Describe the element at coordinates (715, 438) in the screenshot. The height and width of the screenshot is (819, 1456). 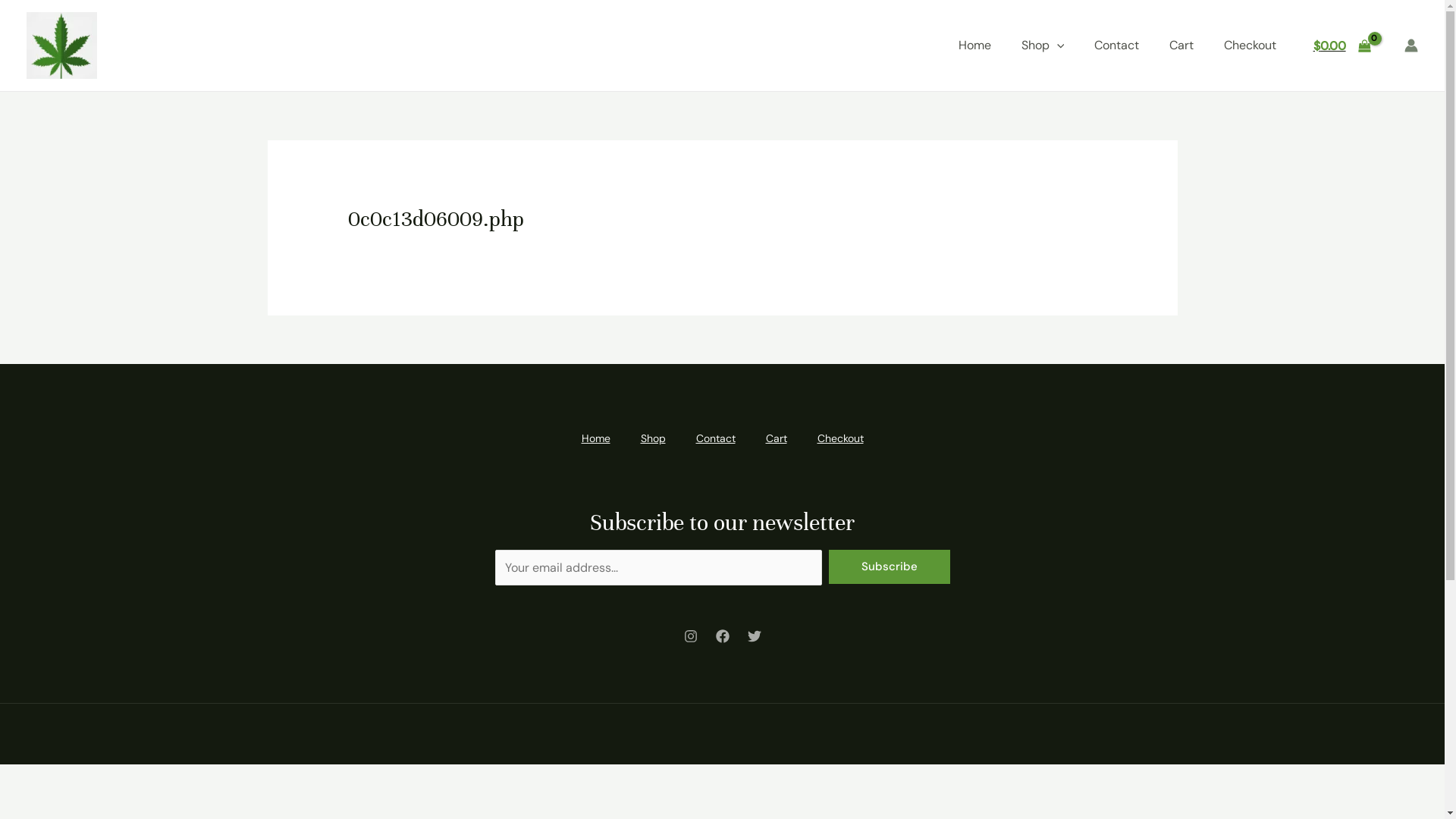
I see `'Contact'` at that location.